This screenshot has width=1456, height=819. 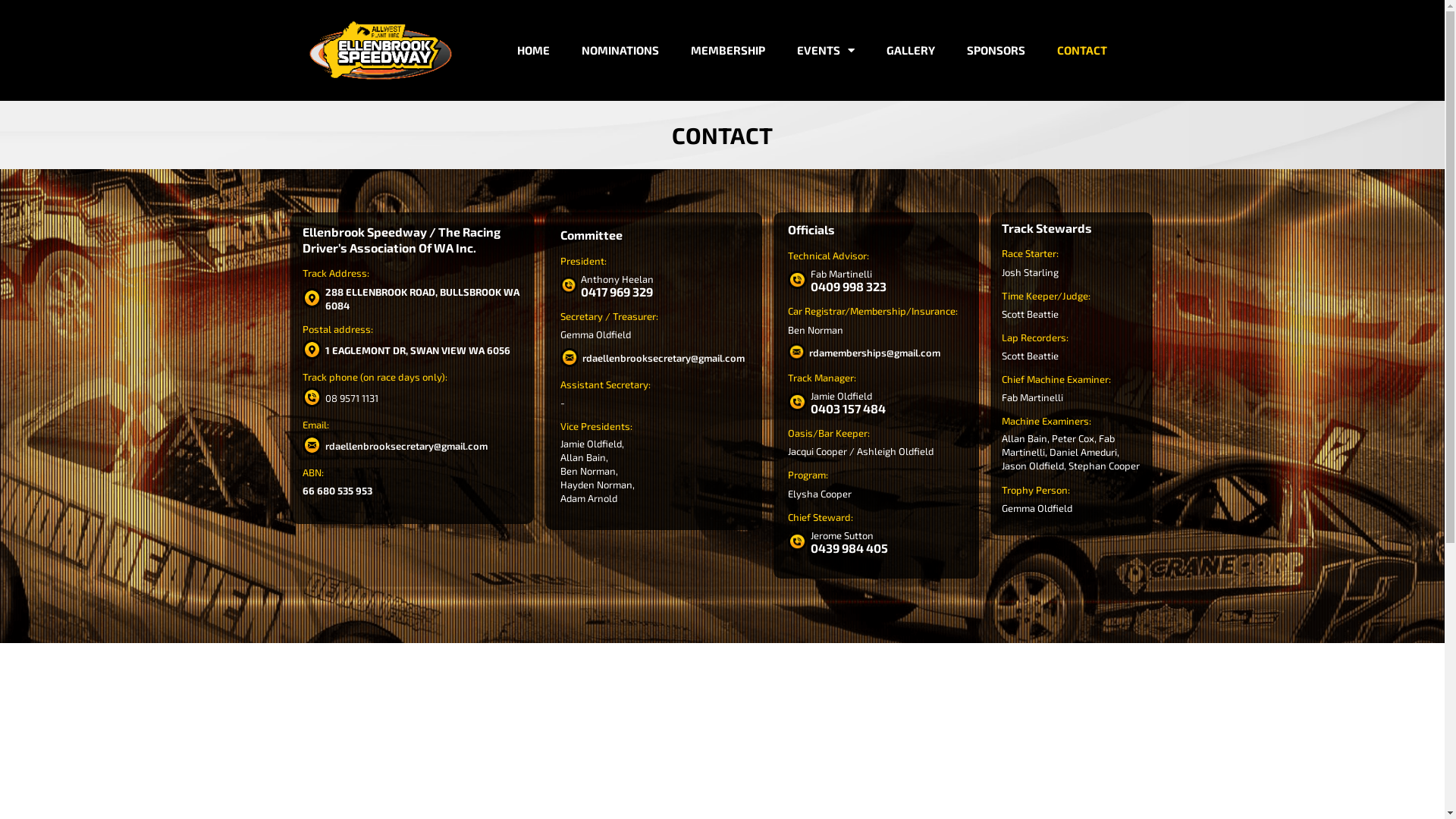 I want to click on 'NOMINATIONS', so click(x=620, y=49).